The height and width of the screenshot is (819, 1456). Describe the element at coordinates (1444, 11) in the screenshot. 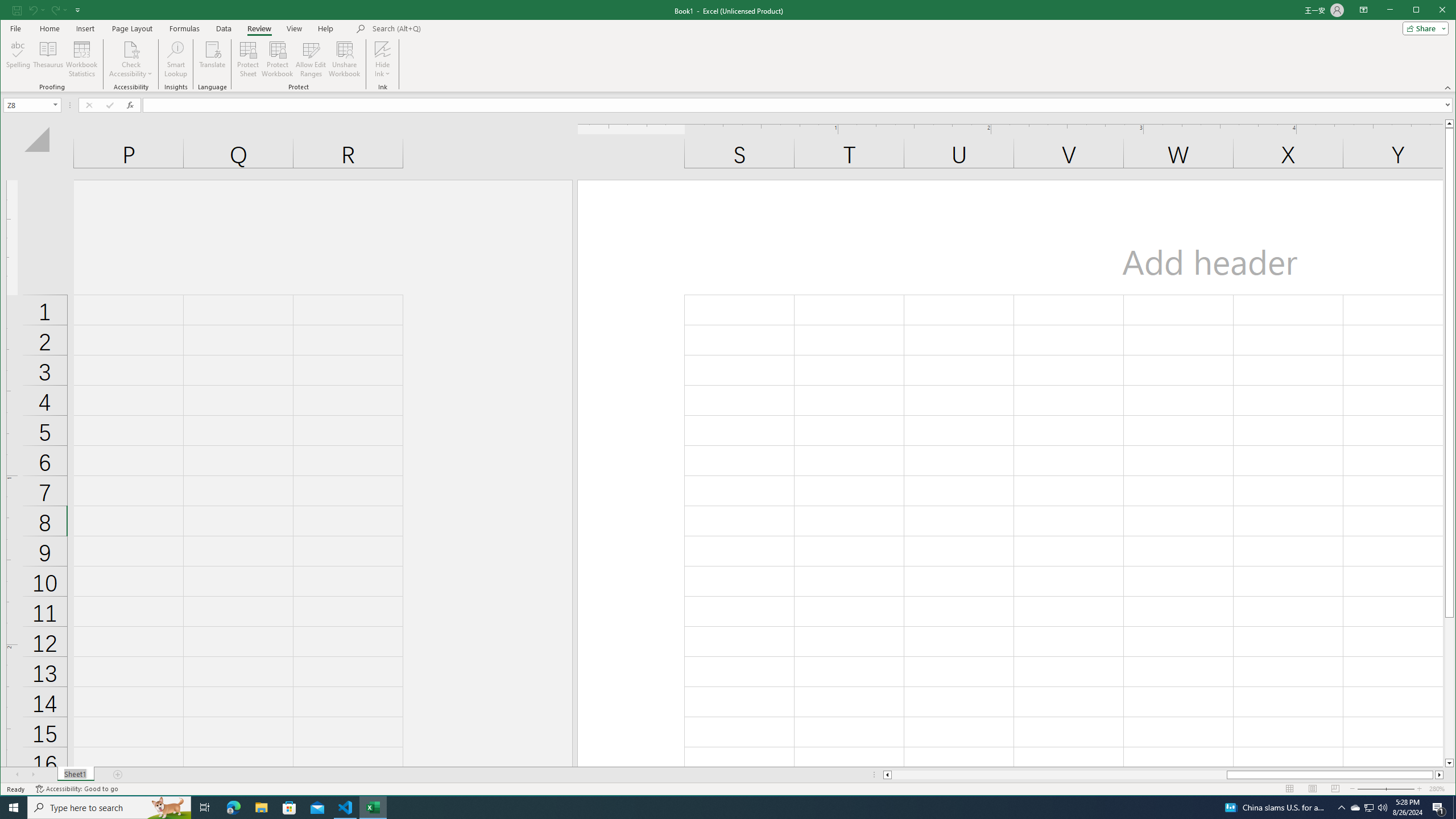

I see `'Close'` at that location.